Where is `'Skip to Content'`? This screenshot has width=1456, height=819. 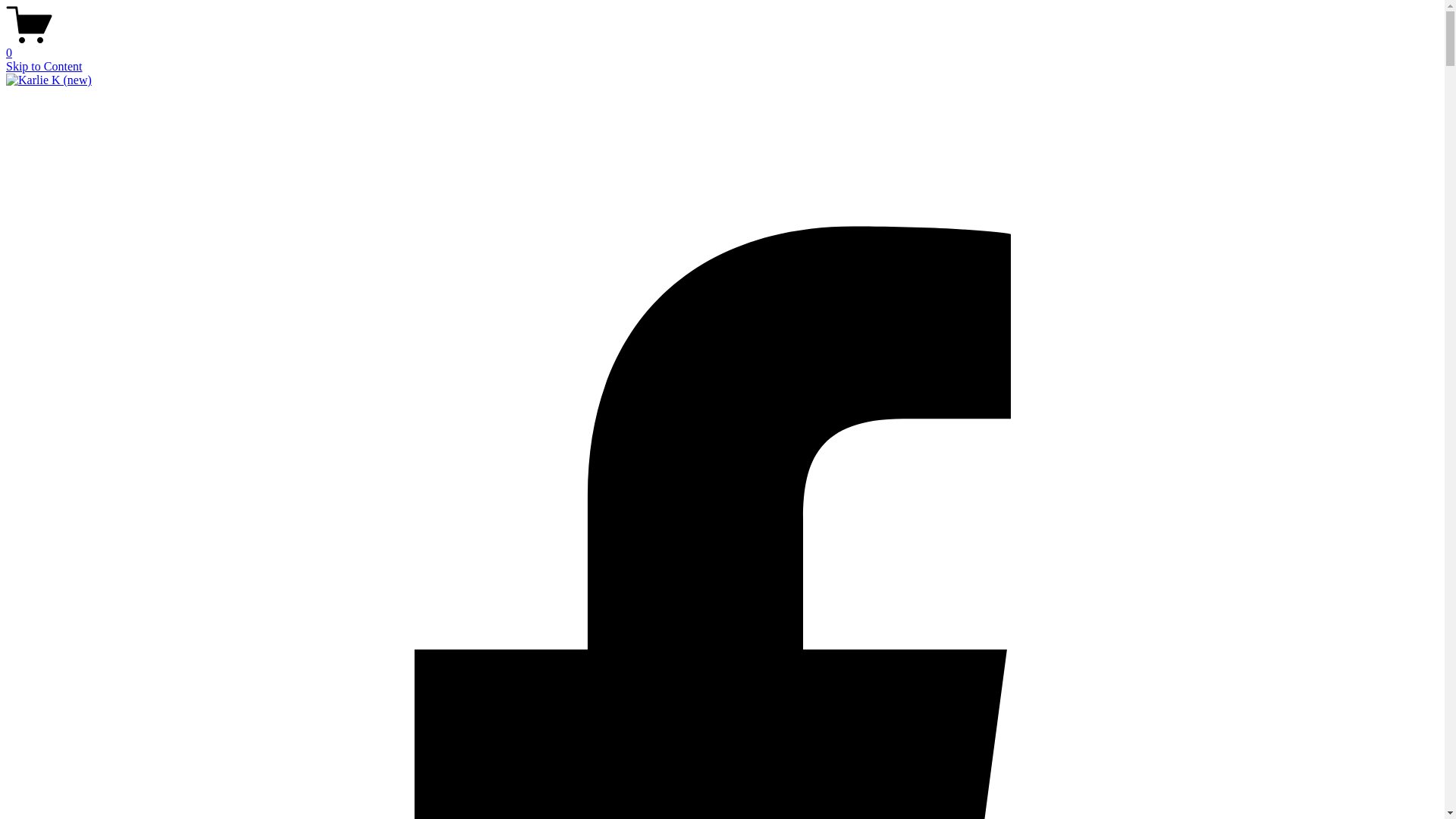 'Skip to Content' is located at coordinates (6, 65).